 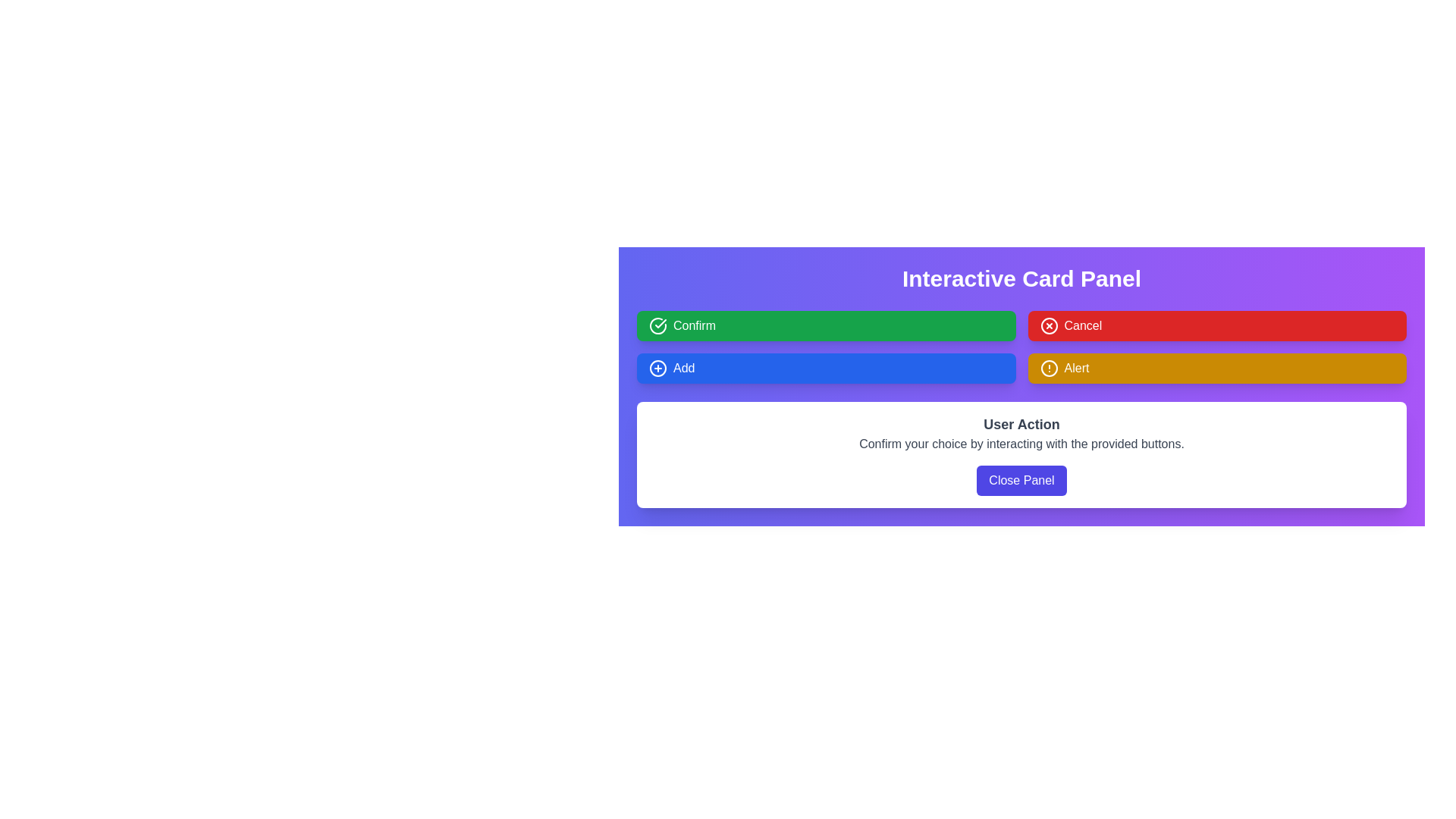 I want to click on the 'Cancel' button in the 'Interactive Card Panel', so click(x=1048, y=325).